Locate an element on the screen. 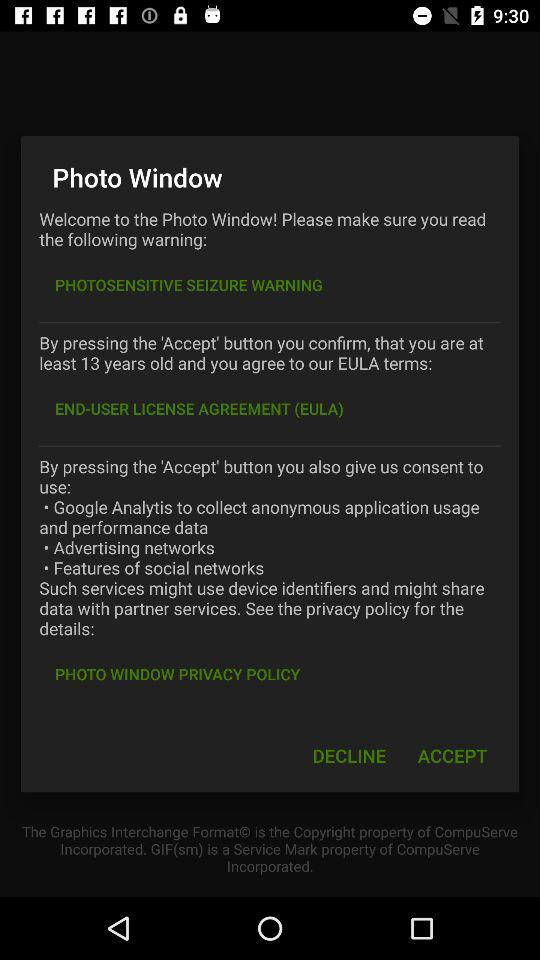 The height and width of the screenshot is (960, 540). the item below the by pressing the is located at coordinates (199, 407).